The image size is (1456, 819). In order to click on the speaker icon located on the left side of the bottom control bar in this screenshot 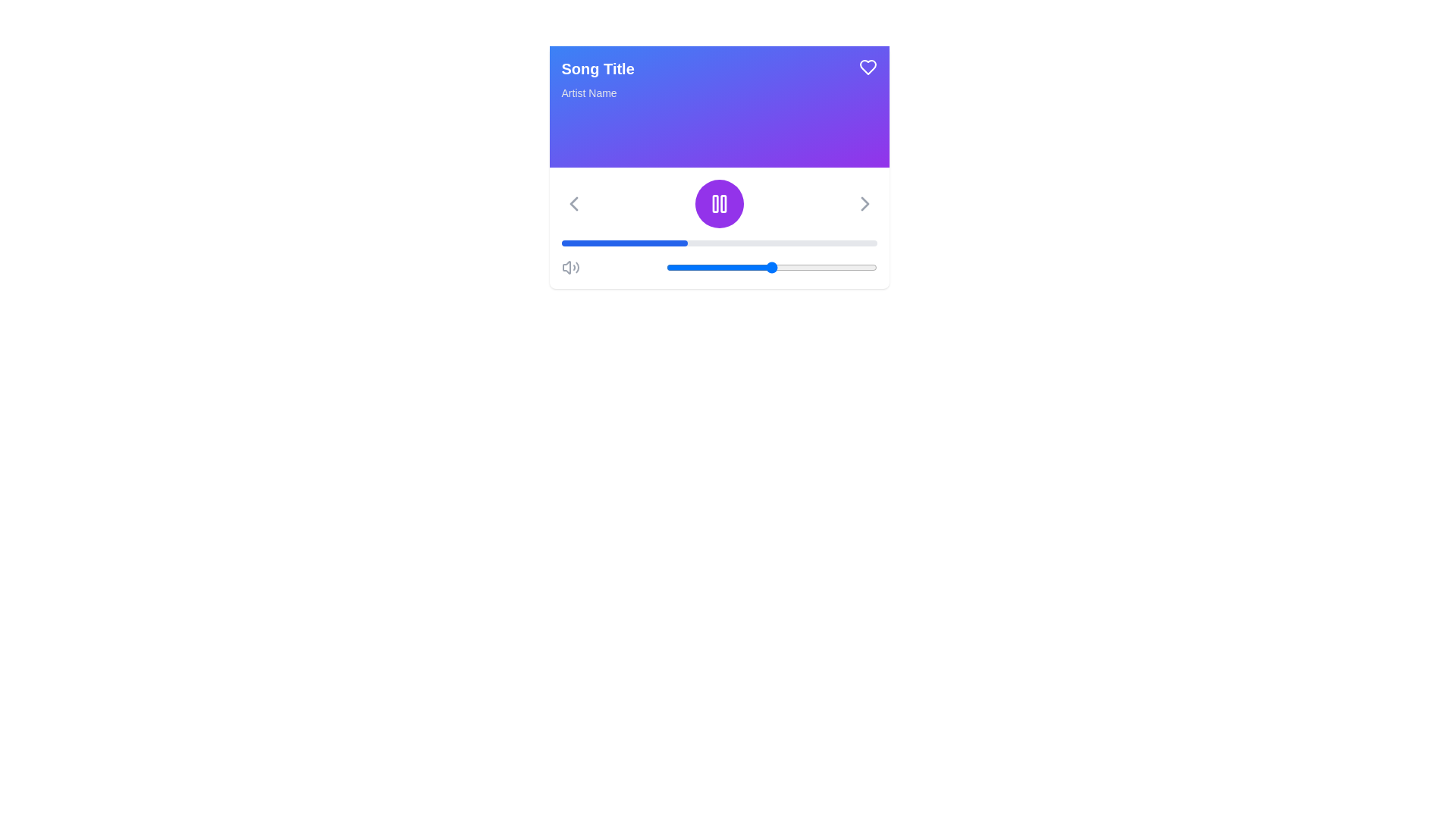, I will do `click(566, 267)`.